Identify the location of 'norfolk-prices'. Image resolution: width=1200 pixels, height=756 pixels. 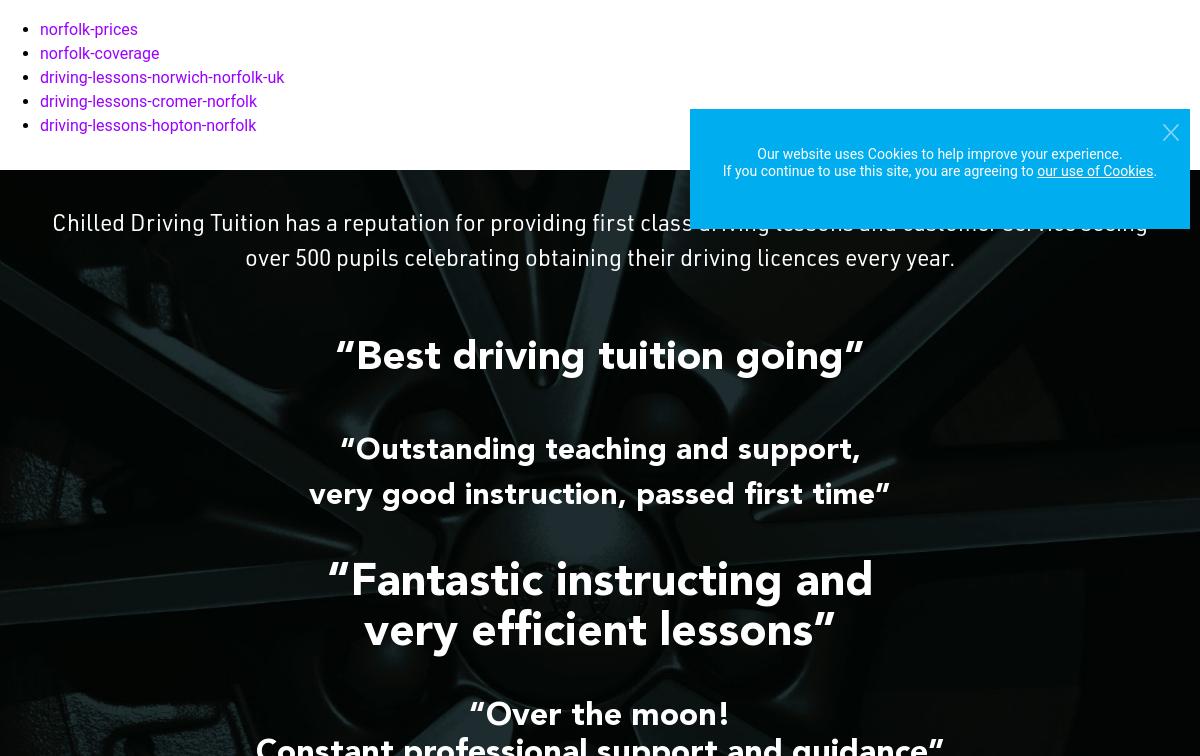
(89, 29).